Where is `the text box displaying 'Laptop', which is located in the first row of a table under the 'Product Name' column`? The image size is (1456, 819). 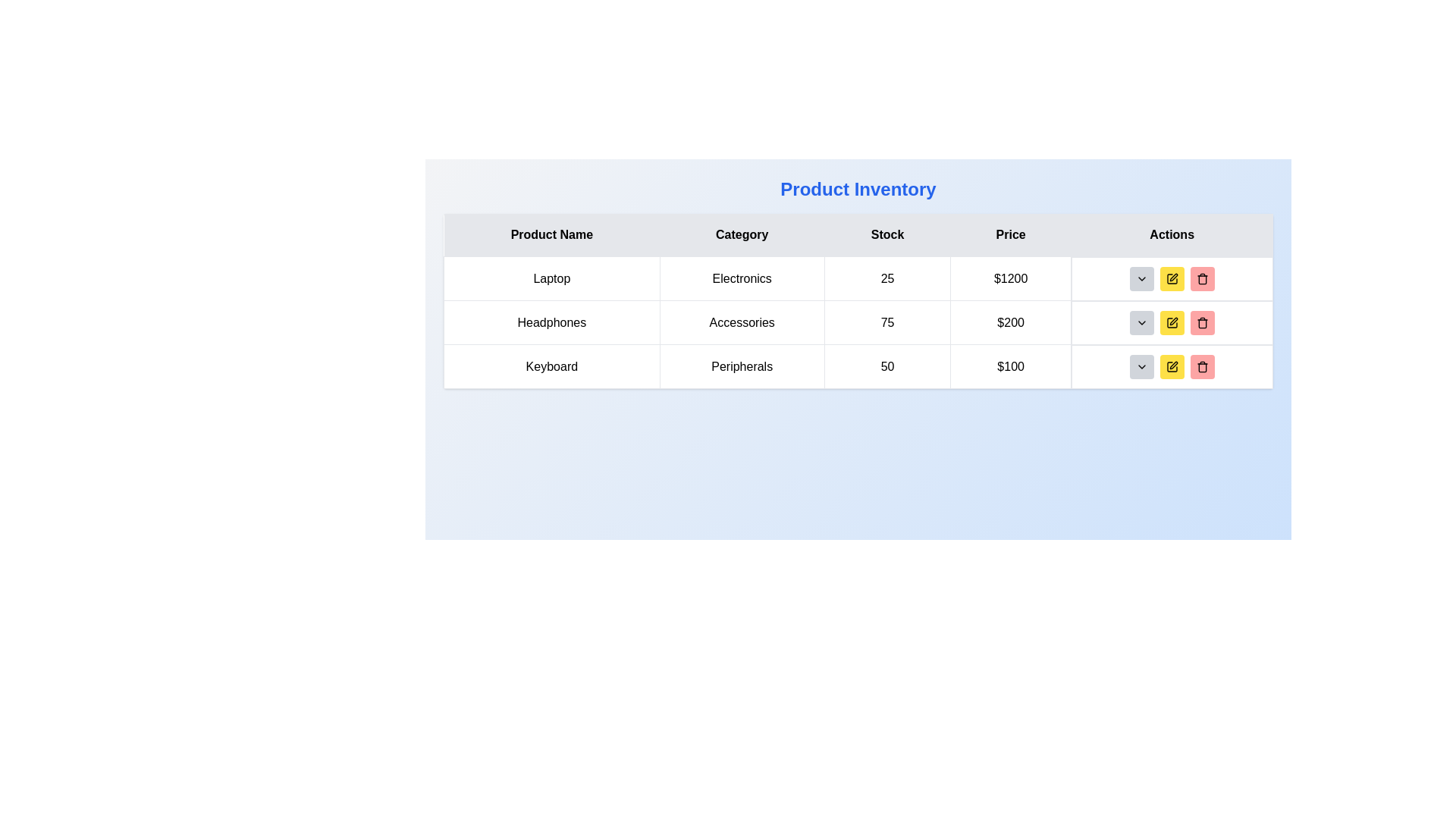 the text box displaying 'Laptop', which is located in the first row of a table under the 'Product Name' column is located at coordinates (551, 278).